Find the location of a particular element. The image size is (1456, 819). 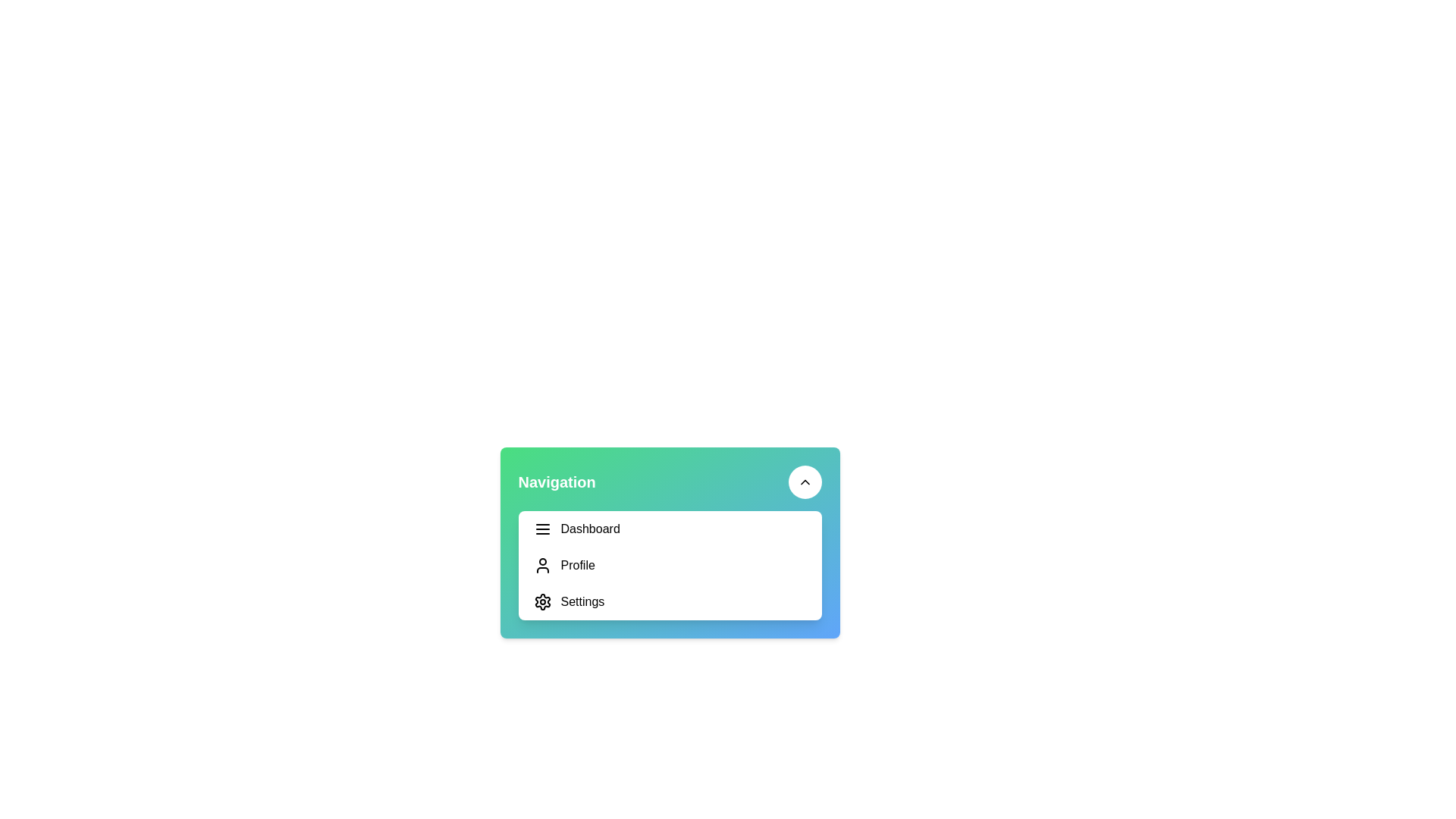

the 'Settings' button in the vertical navigation menu is located at coordinates (669, 601).